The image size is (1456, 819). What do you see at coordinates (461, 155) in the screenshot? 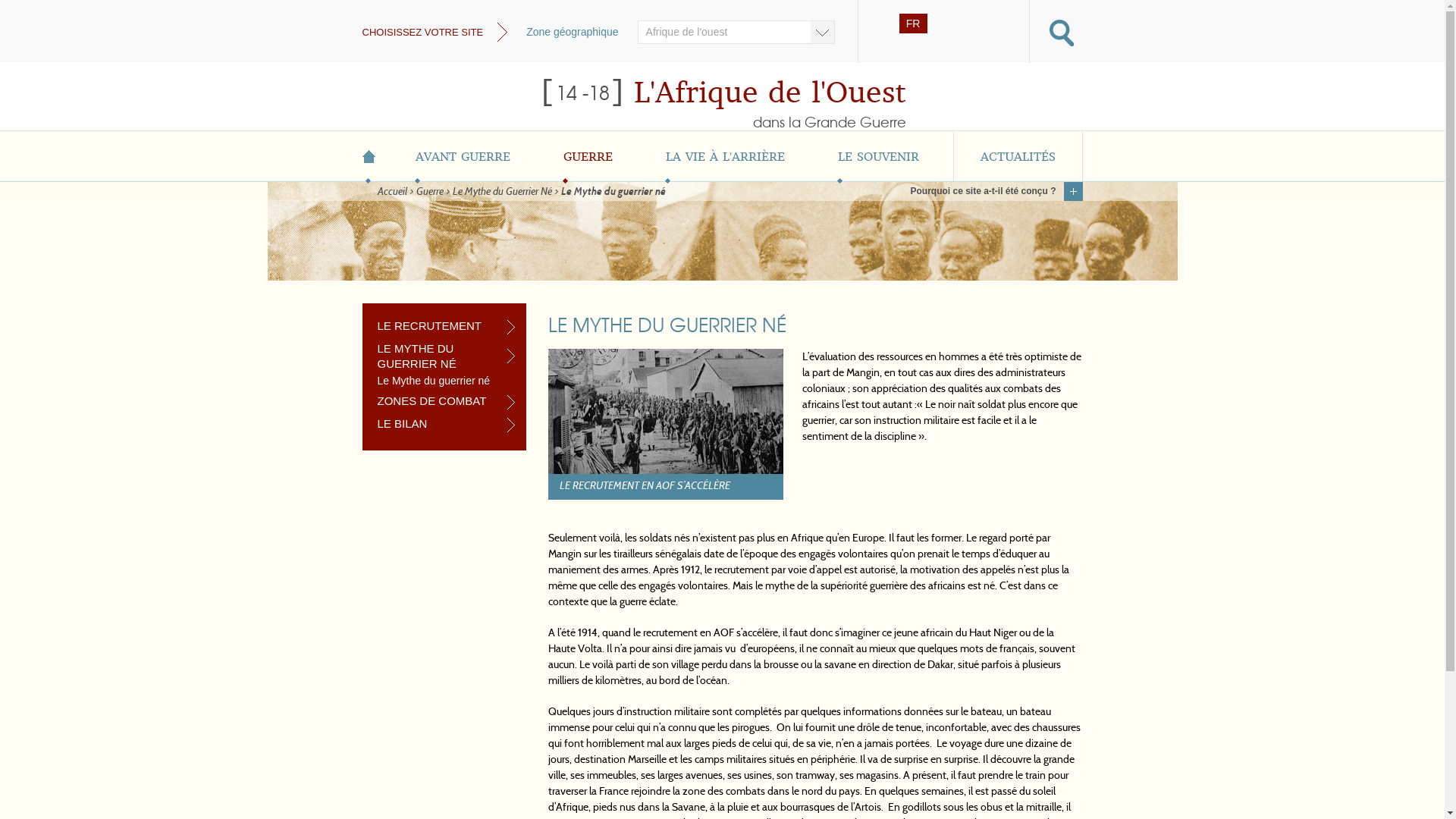
I see `'AVANT GUERRE'` at bounding box center [461, 155].